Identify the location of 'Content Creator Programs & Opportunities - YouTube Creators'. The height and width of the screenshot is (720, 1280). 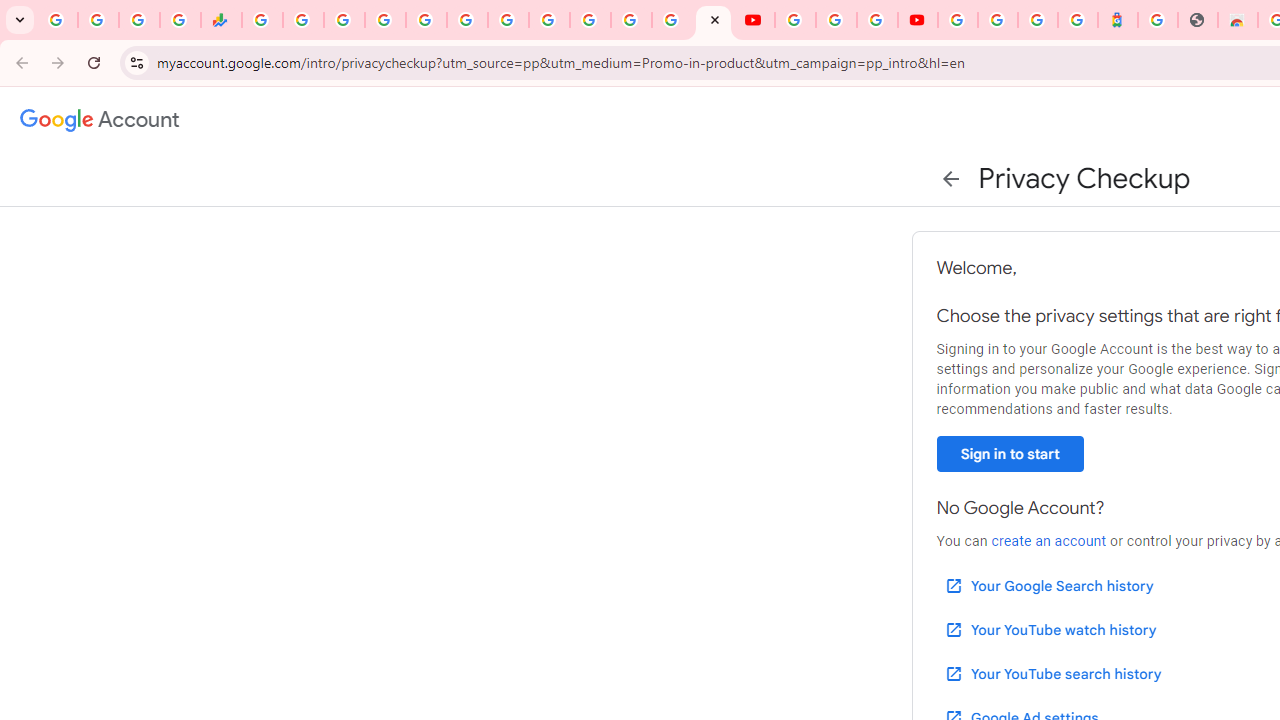
(917, 20).